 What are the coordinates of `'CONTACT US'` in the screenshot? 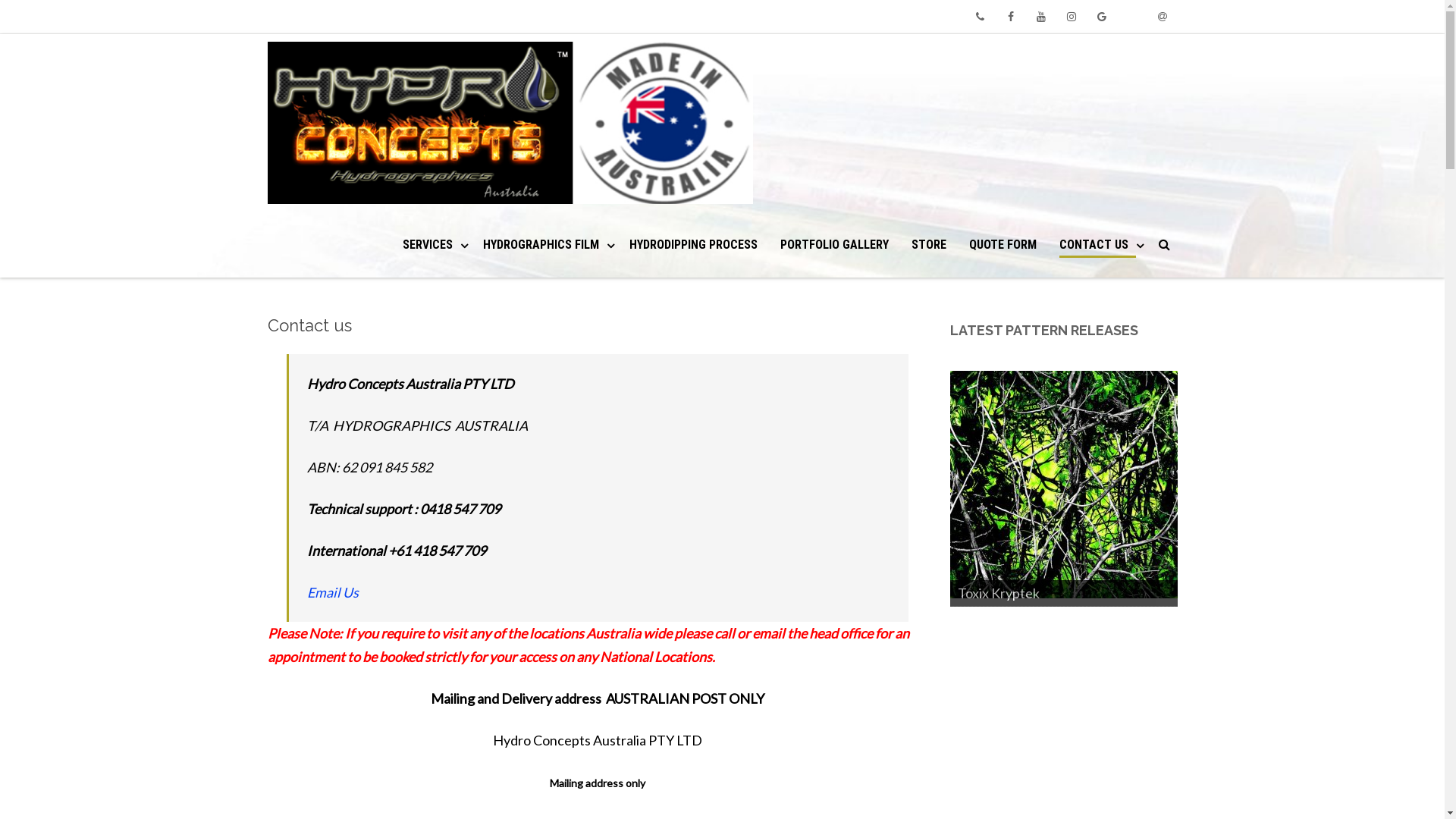 It's located at (1097, 246).